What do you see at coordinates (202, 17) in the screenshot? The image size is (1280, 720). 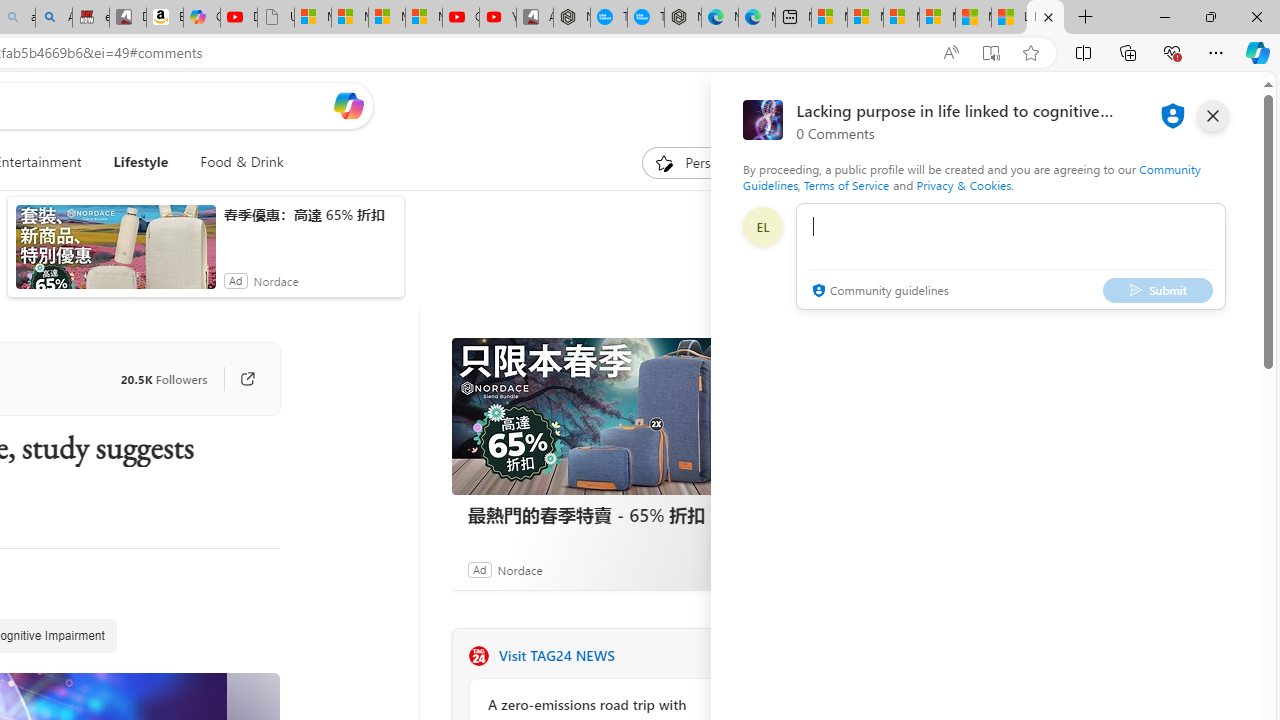 I see `'Copilot'` at bounding box center [202, 17].